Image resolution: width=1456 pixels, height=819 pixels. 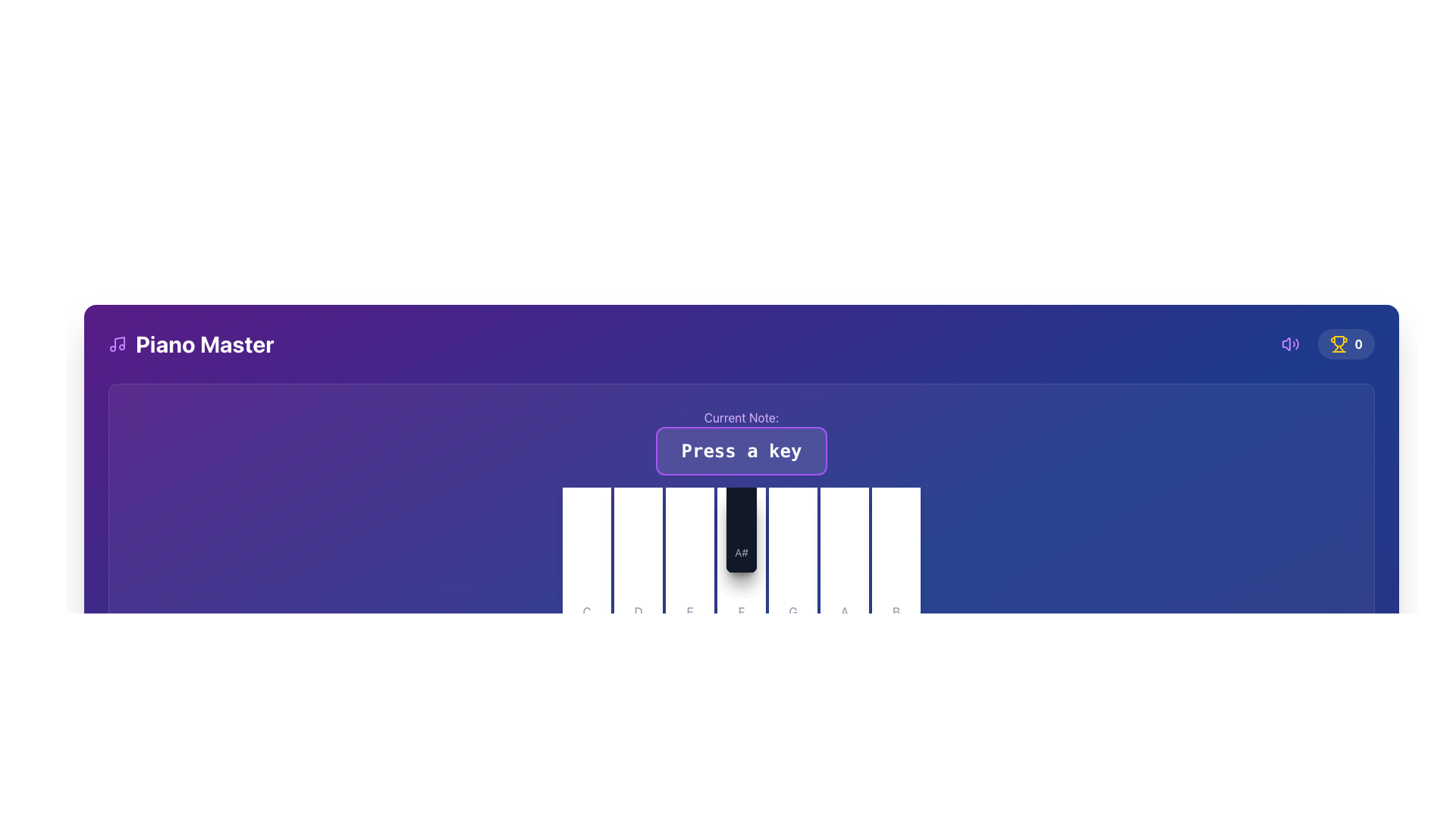 What do you see at coordinates (742, 450) in the screenshot?
I see `the text label with the message 'Press a key' that is displayed in white on a semi-transparent white button with a purple border, located underneath the 'Current Note:' text` at bounding box center [742, 450].